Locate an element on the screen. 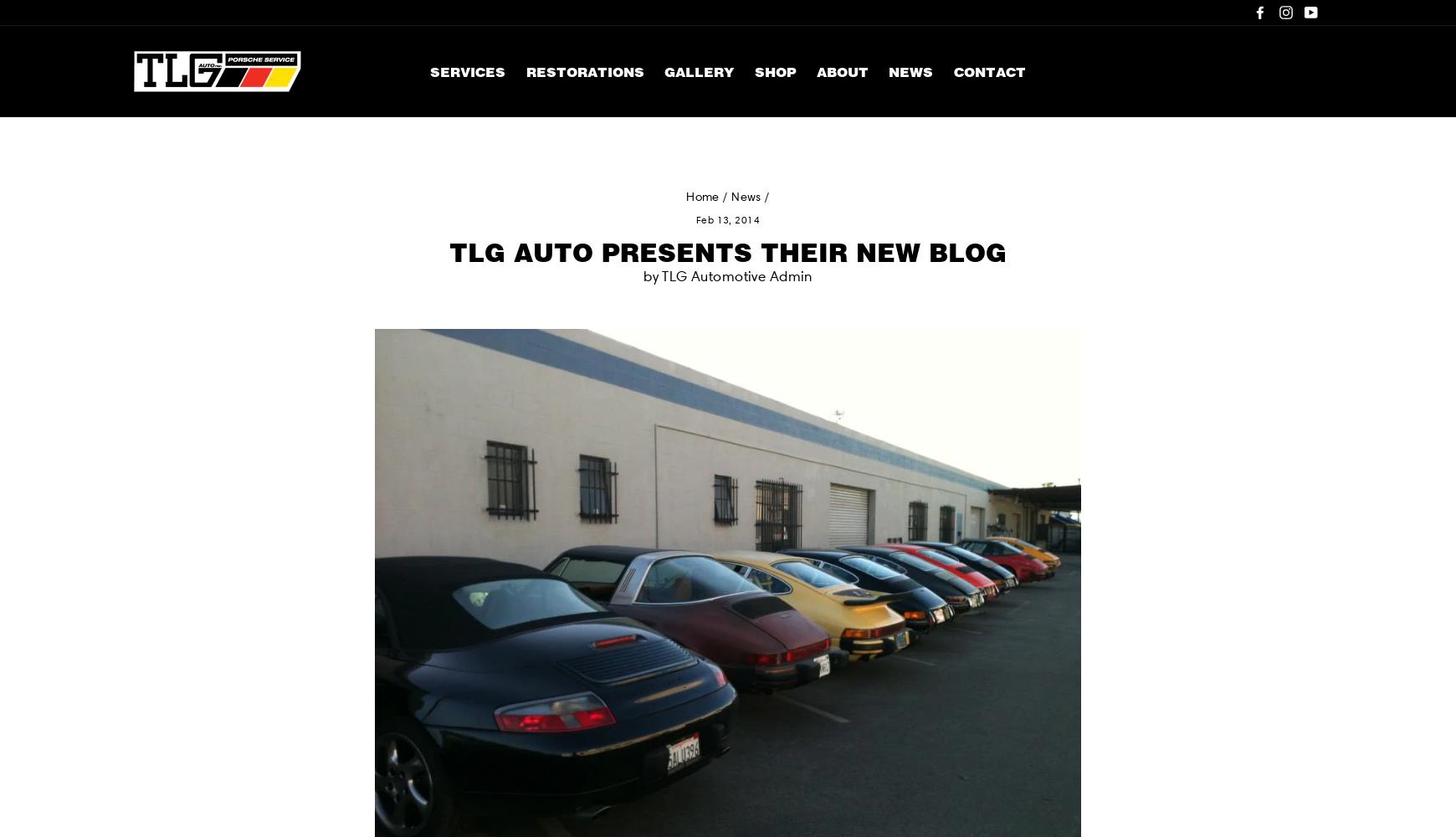 The image size is (1456, 837). 'Restorations' is located at coordinates (584, 70).